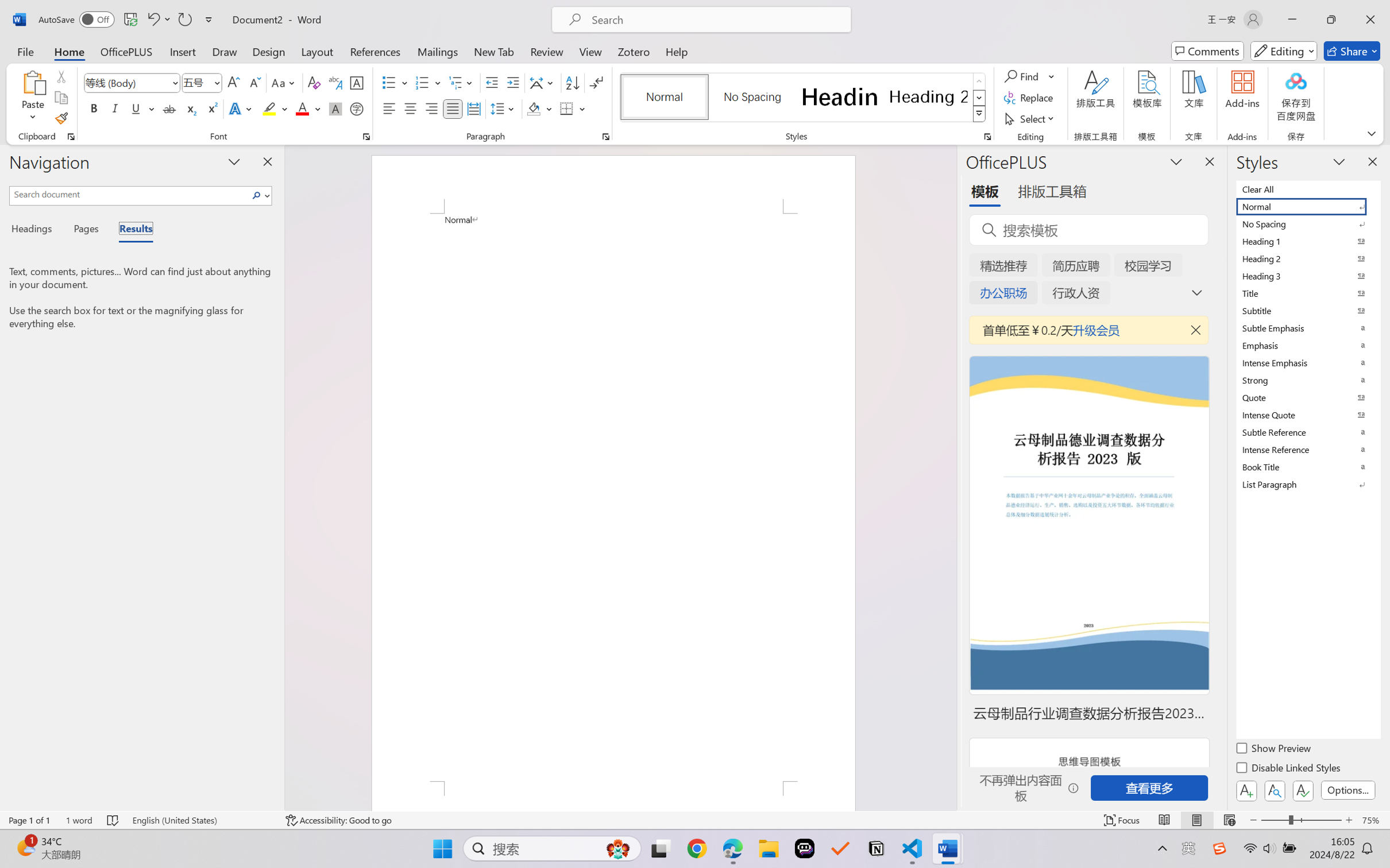 The width and height of the screenshot is (1390, 868). Describe the element at coordinates (567, 108) in the screenshot. I see `'Borders'` at that location.